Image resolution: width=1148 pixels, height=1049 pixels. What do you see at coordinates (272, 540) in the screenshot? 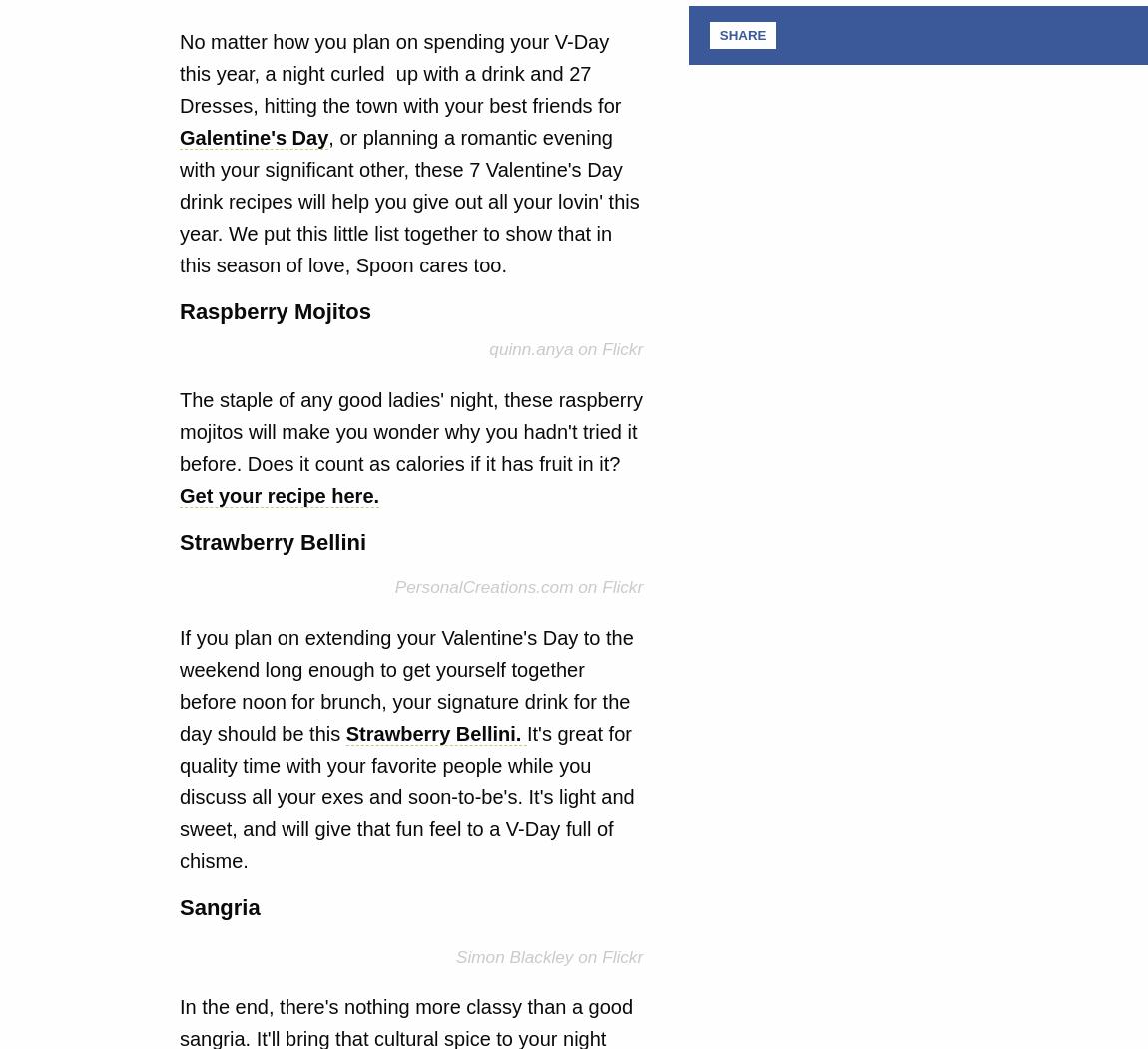
I see `'Strawberry Bellini'` at bounding box center [272, 540].